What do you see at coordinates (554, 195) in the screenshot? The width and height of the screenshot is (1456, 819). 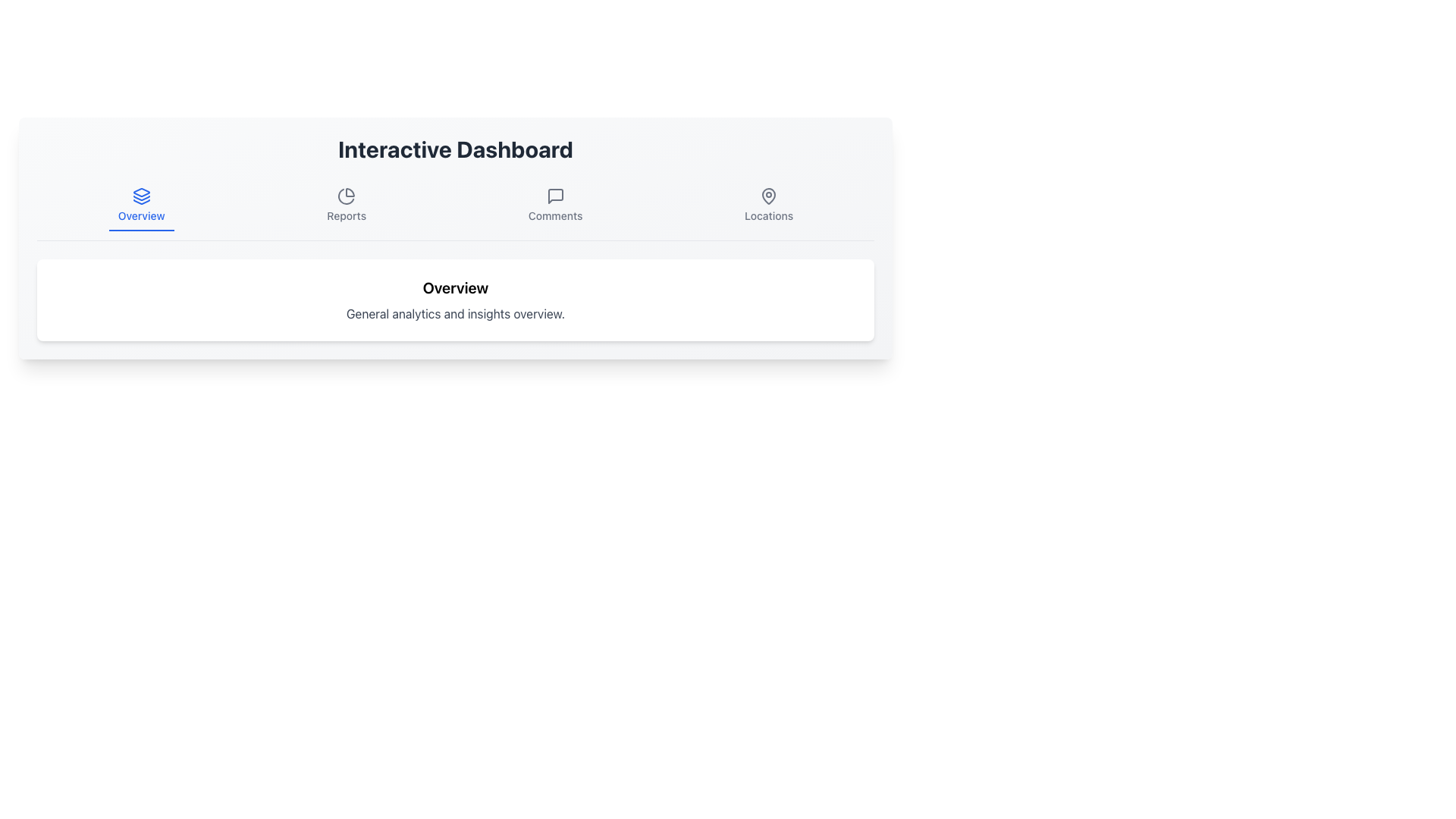 I see `the small comment icon styled as a squared speech bubble with a tail at the bottom left, located` at bounding box center [554, 195].